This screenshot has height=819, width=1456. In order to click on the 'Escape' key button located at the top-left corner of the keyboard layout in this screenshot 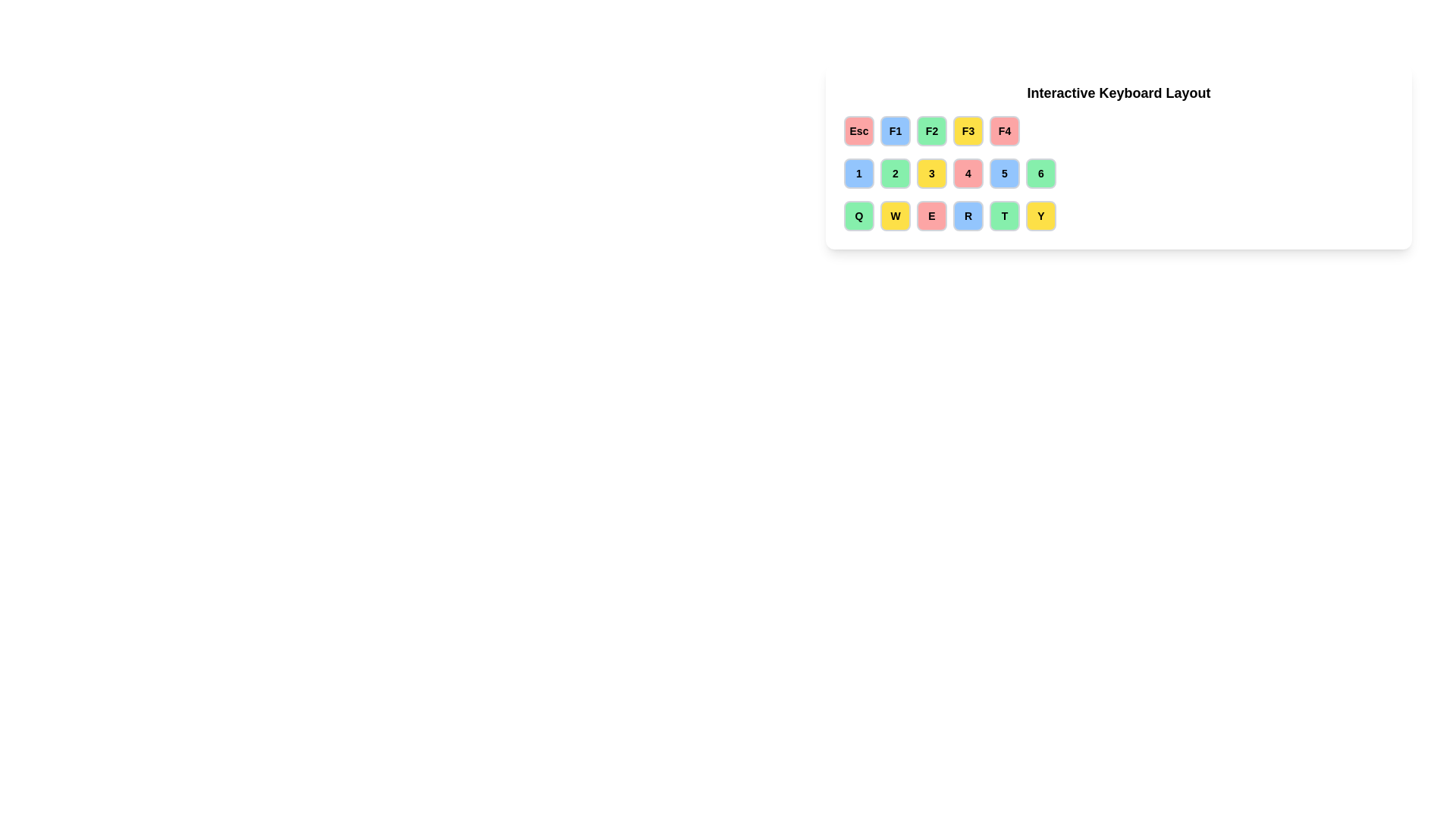, I will do `click(858, 130)`.